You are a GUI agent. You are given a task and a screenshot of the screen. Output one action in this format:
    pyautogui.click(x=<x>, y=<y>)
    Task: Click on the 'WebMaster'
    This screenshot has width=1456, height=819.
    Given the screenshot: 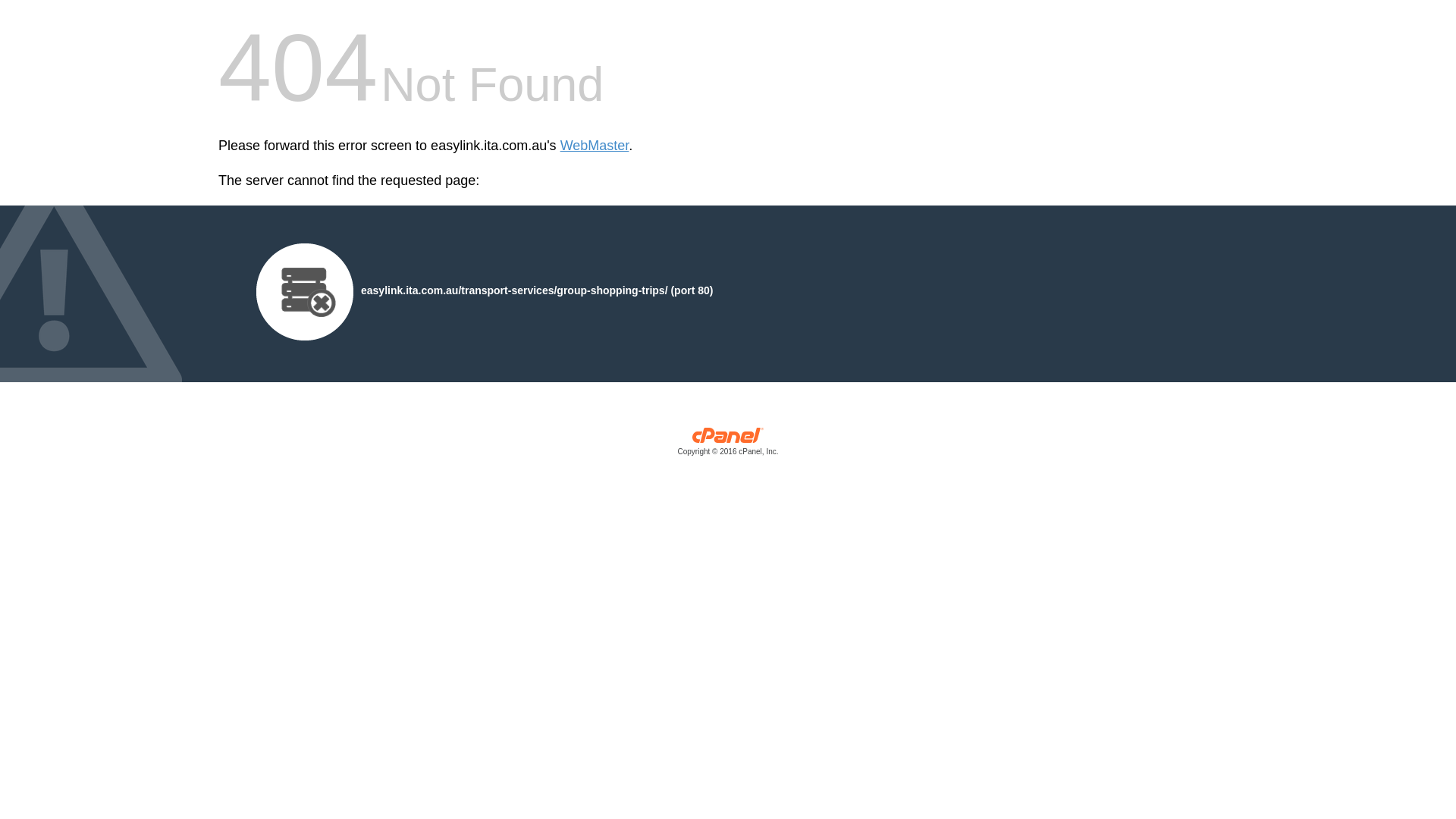 What is the action you would take?
    pyautogui.click(x=594, y=146)
    